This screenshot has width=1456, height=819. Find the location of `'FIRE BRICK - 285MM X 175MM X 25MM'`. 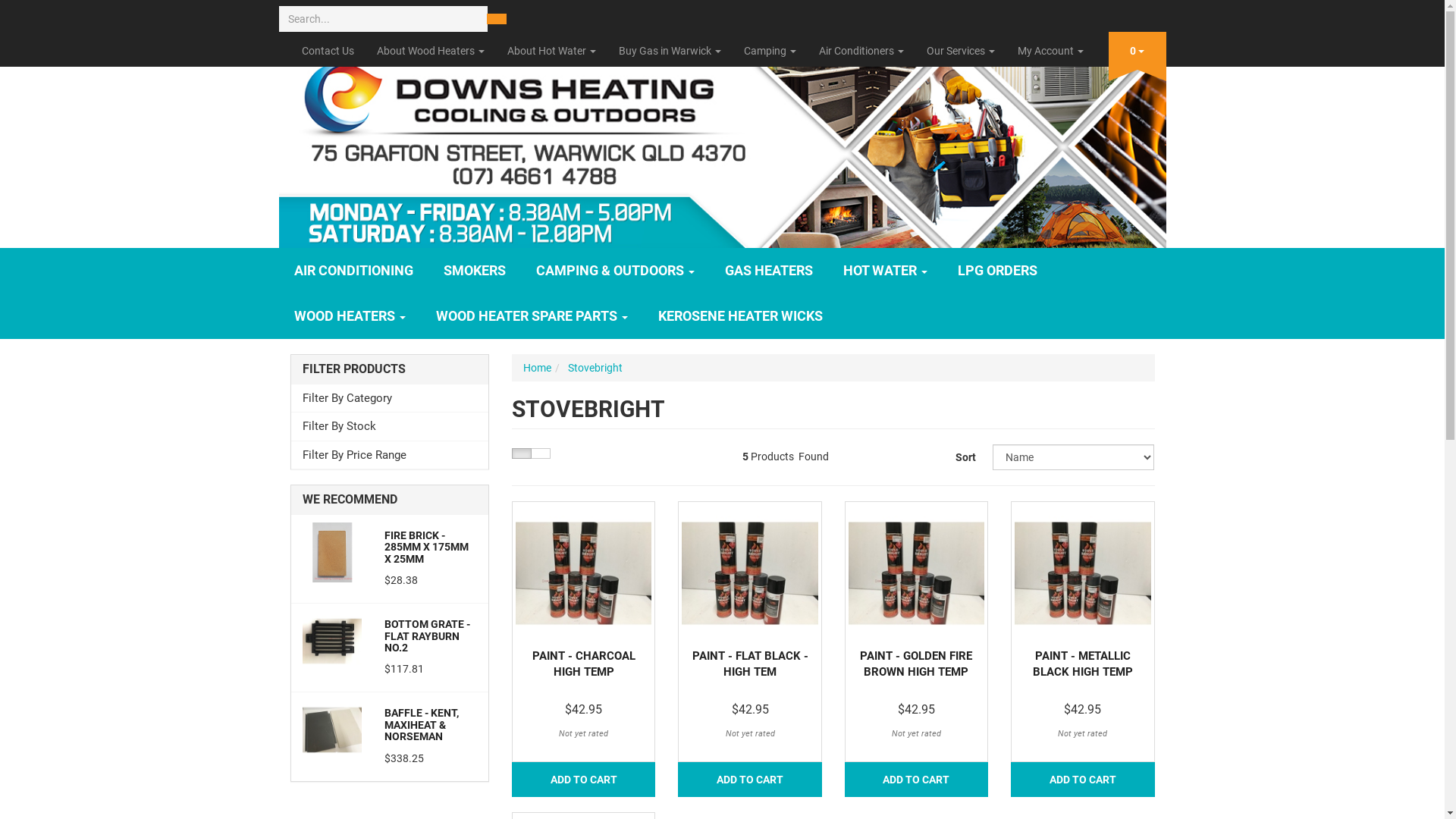

'FIRE BRICK - 285MM X 175MM X 25MM' is located at coordinates (425, 547).